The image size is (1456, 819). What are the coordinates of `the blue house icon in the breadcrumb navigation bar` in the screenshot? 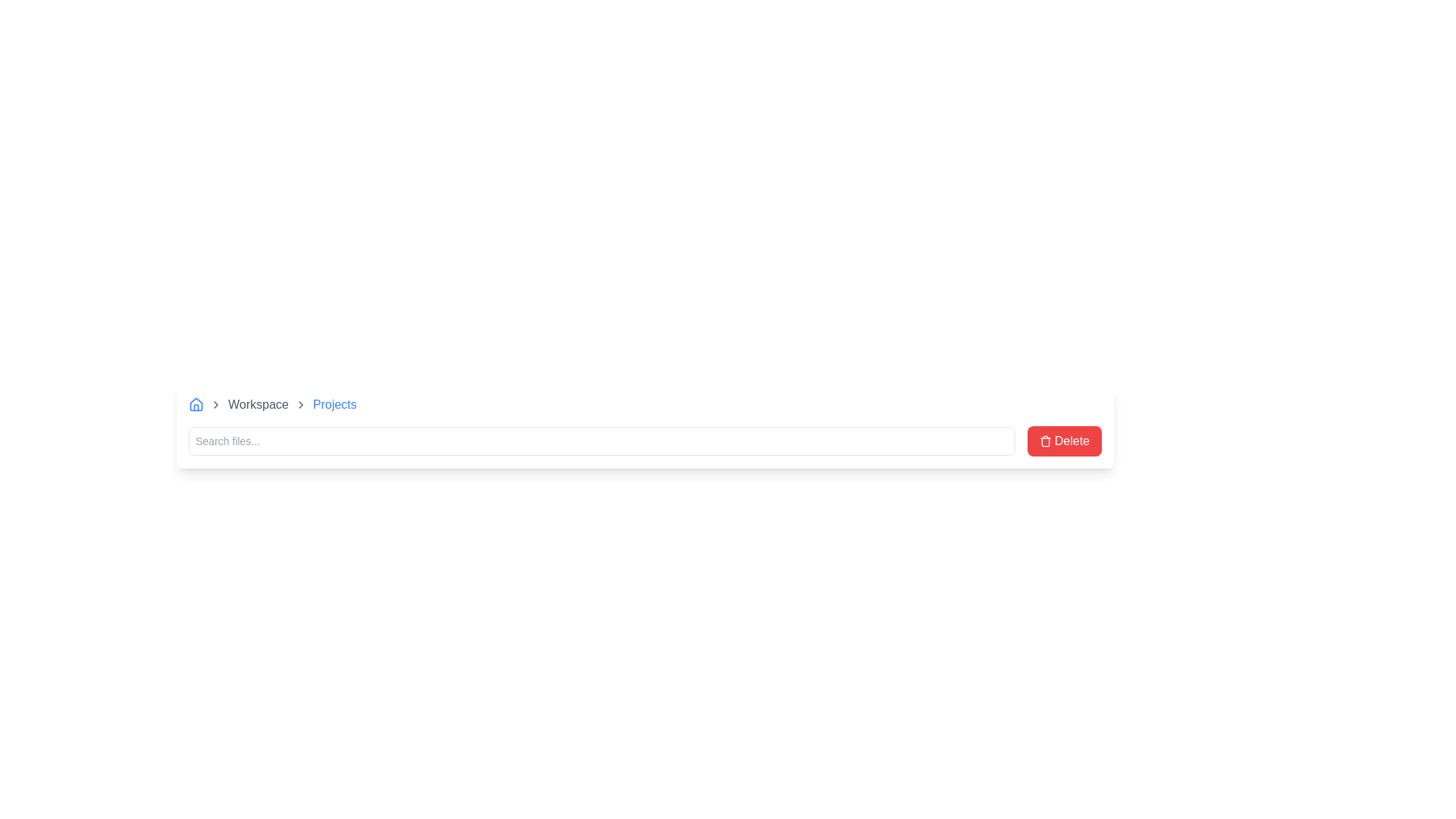 It's located at (196, 403).